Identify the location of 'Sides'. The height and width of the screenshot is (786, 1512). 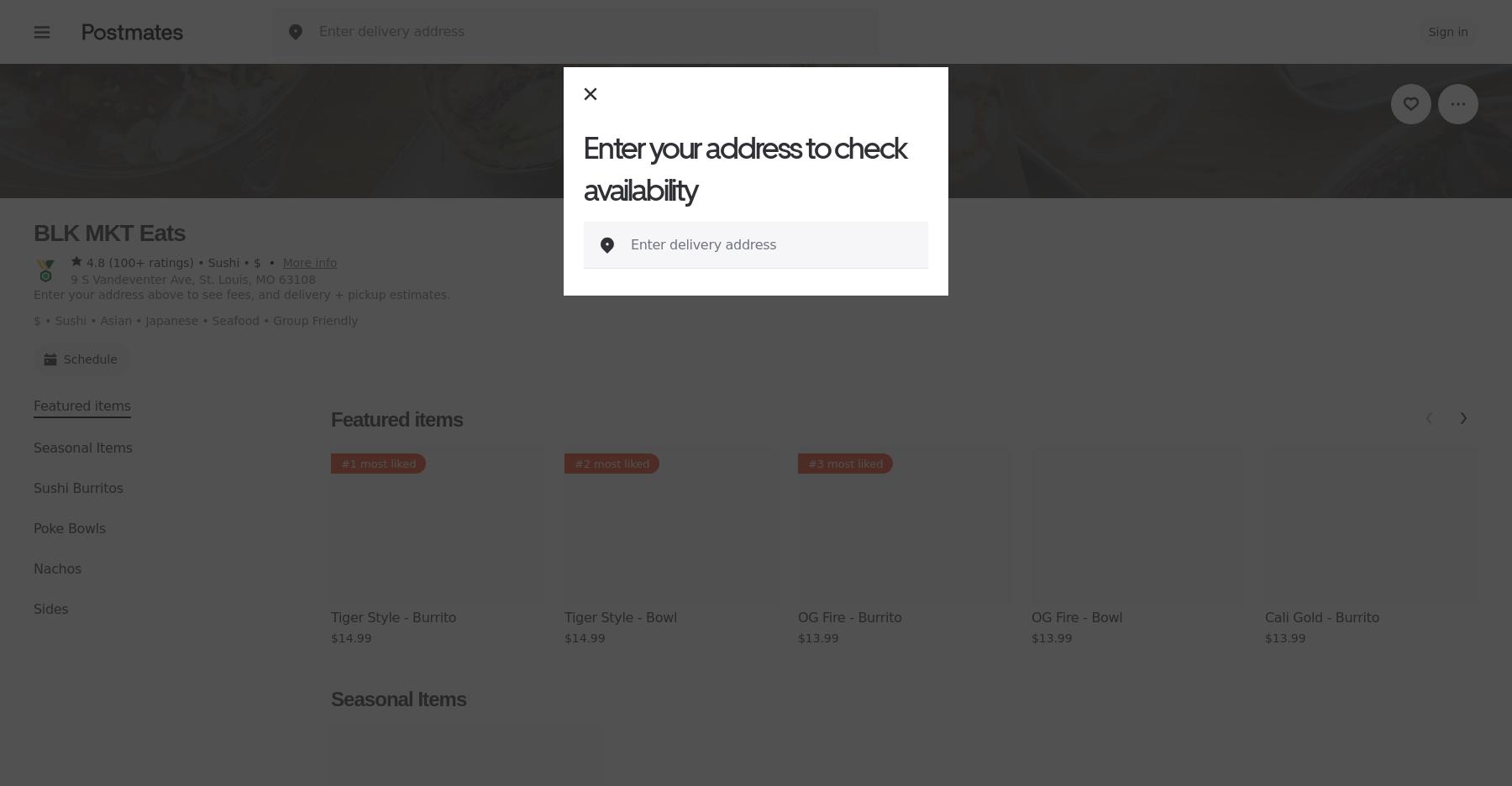
(50, 608).